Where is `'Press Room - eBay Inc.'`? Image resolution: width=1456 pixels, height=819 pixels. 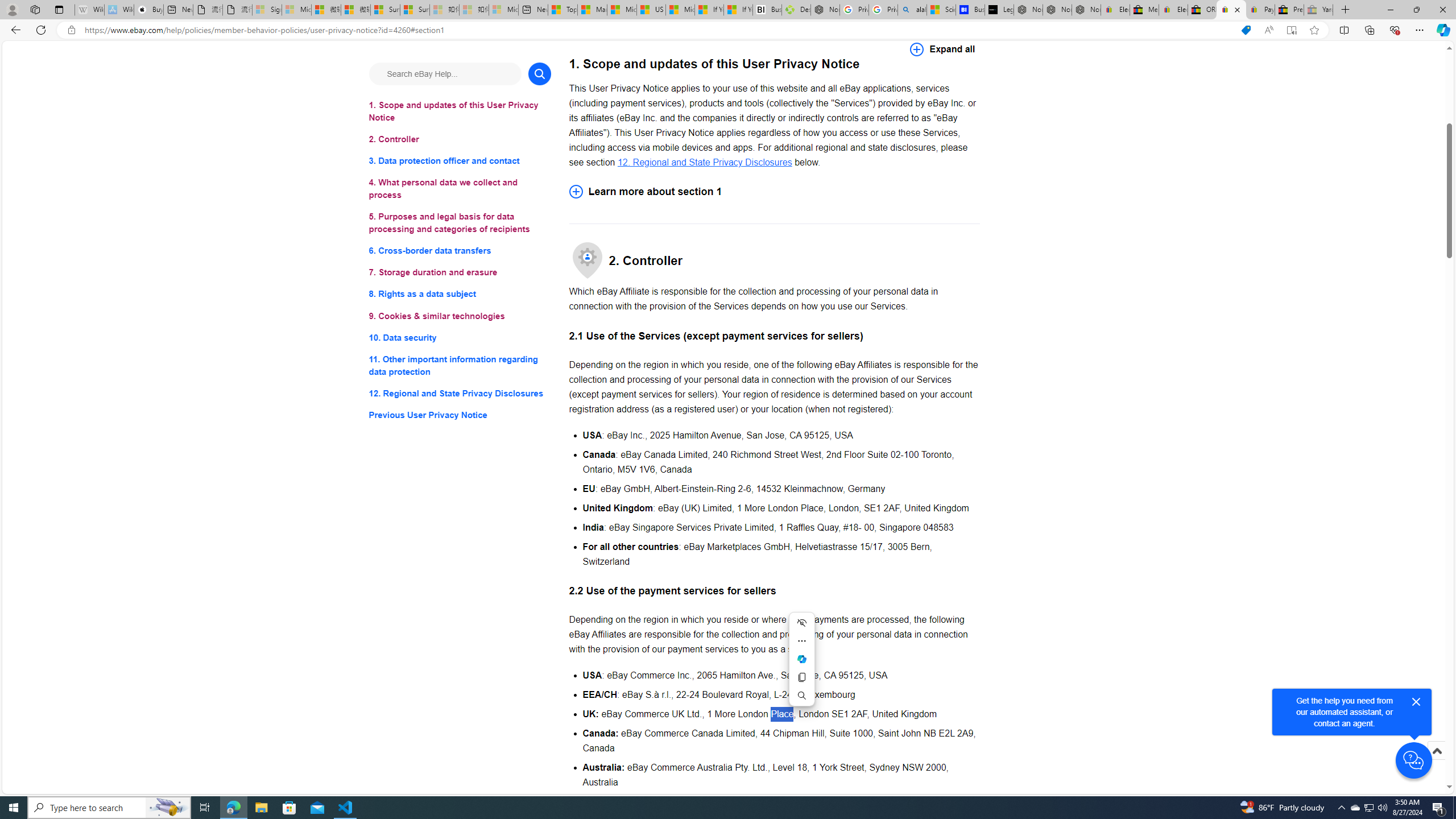
'Press Room - eBay Inc.' is located at coordinates (1289, 9).